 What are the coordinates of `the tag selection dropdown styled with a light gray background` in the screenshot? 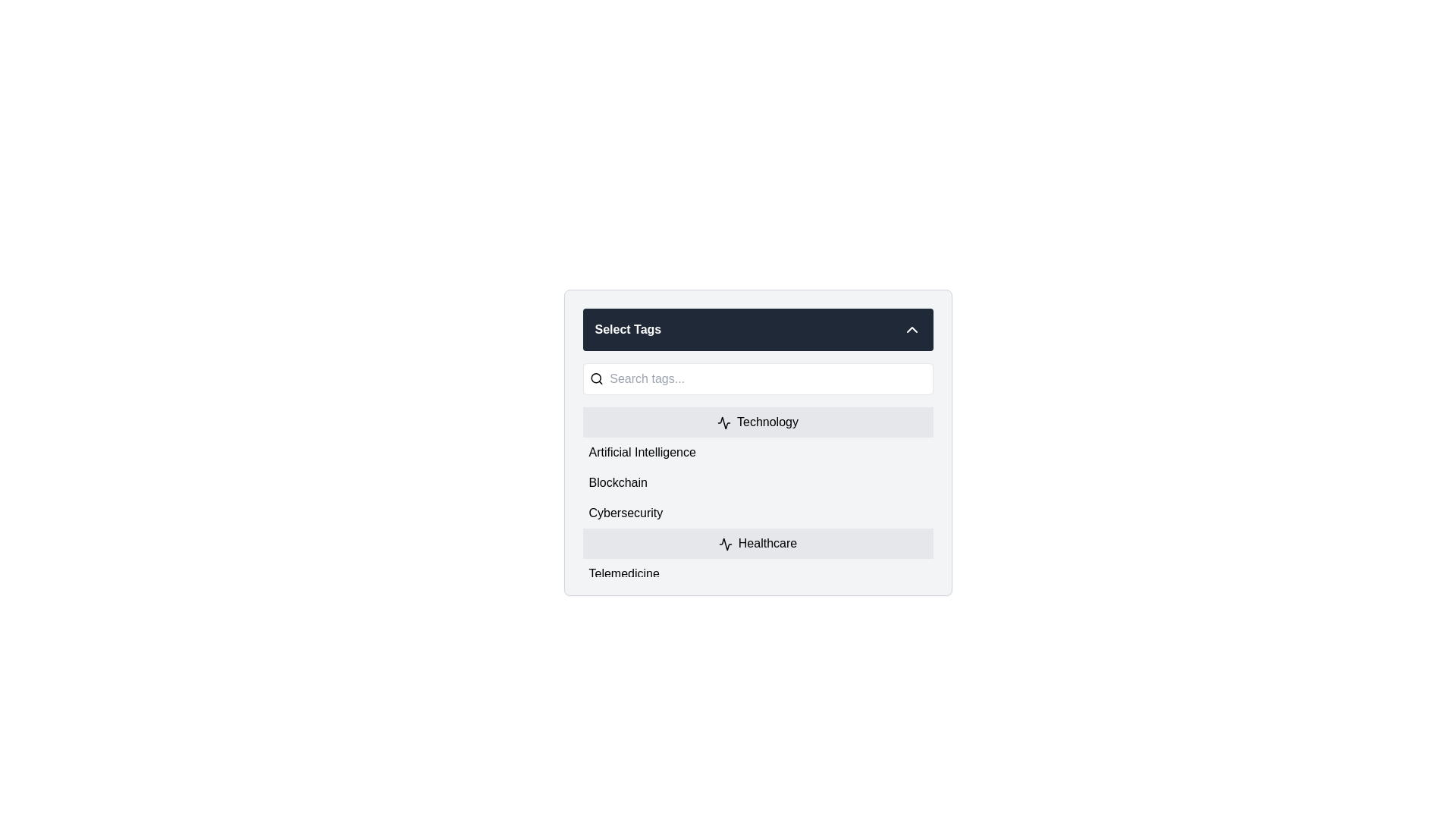 It's located at (758, 442).